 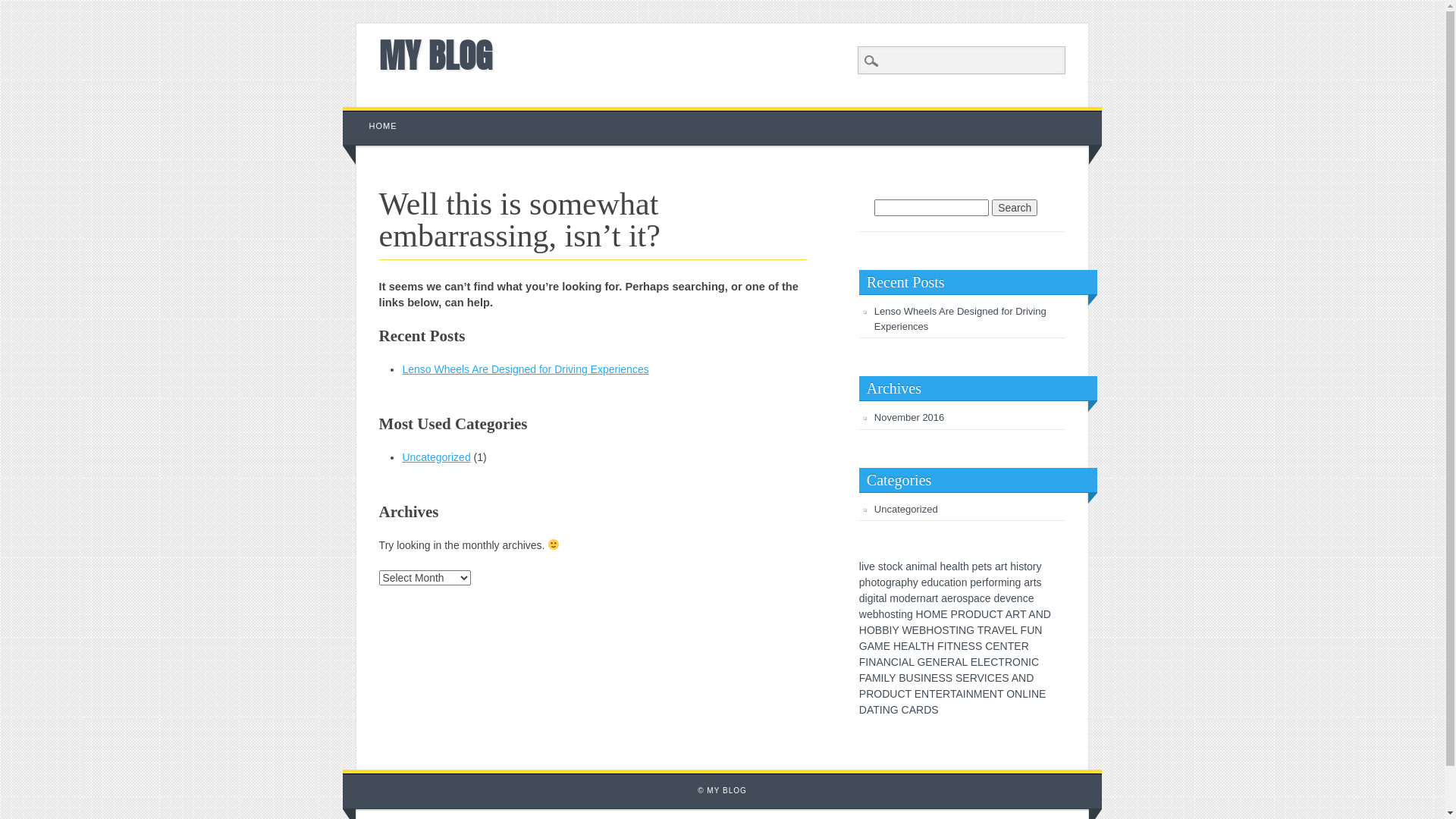 What do you see at coordinates (978, 693) in the screenshot?
I see `'M'` at bounding box center [978, 693].